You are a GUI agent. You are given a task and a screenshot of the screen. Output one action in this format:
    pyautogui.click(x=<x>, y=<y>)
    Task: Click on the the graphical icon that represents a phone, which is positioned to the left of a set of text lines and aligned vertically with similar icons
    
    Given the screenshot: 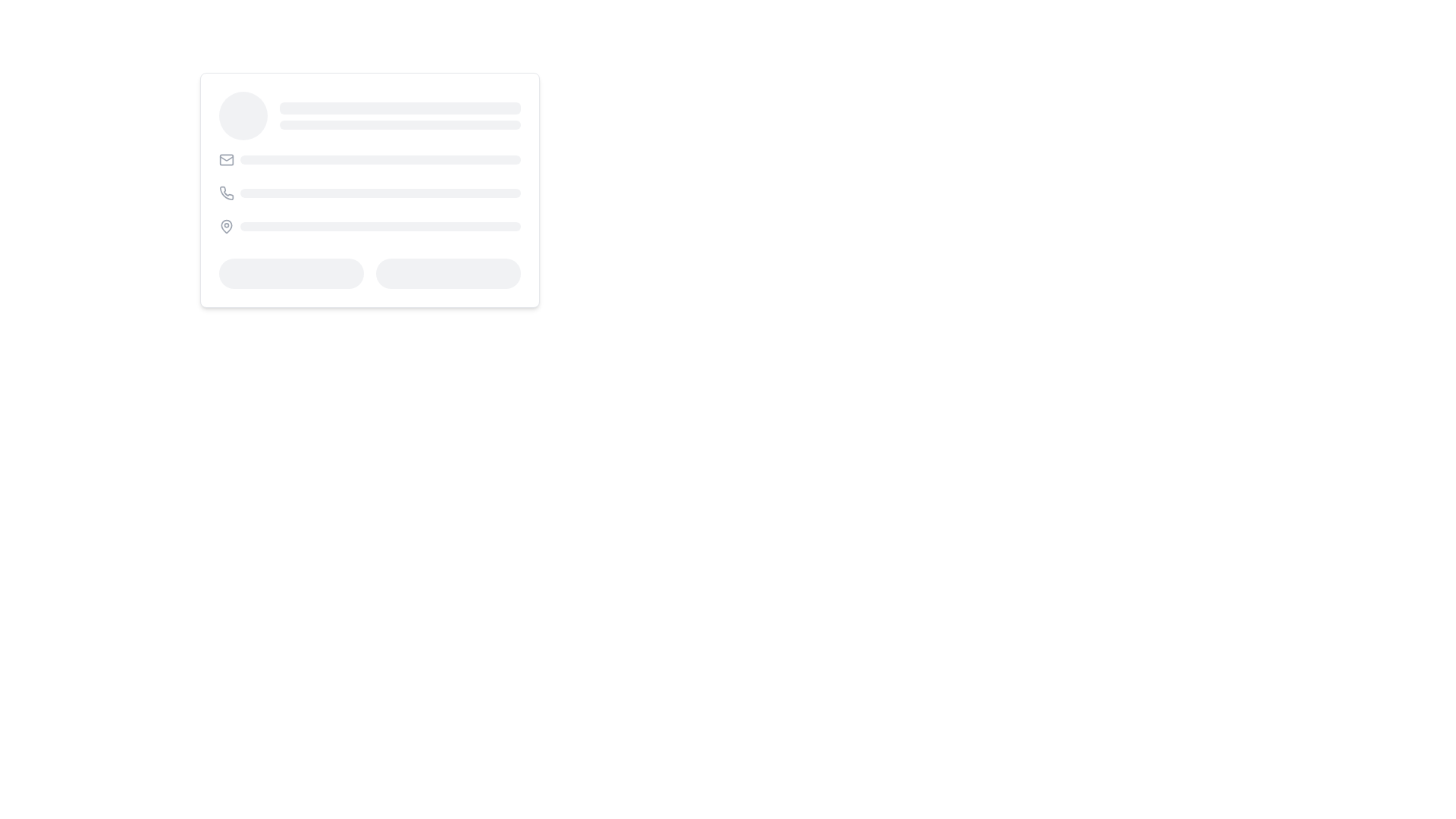 What is the action you would take?
    pyautogui.click(x=226, y=192)
    